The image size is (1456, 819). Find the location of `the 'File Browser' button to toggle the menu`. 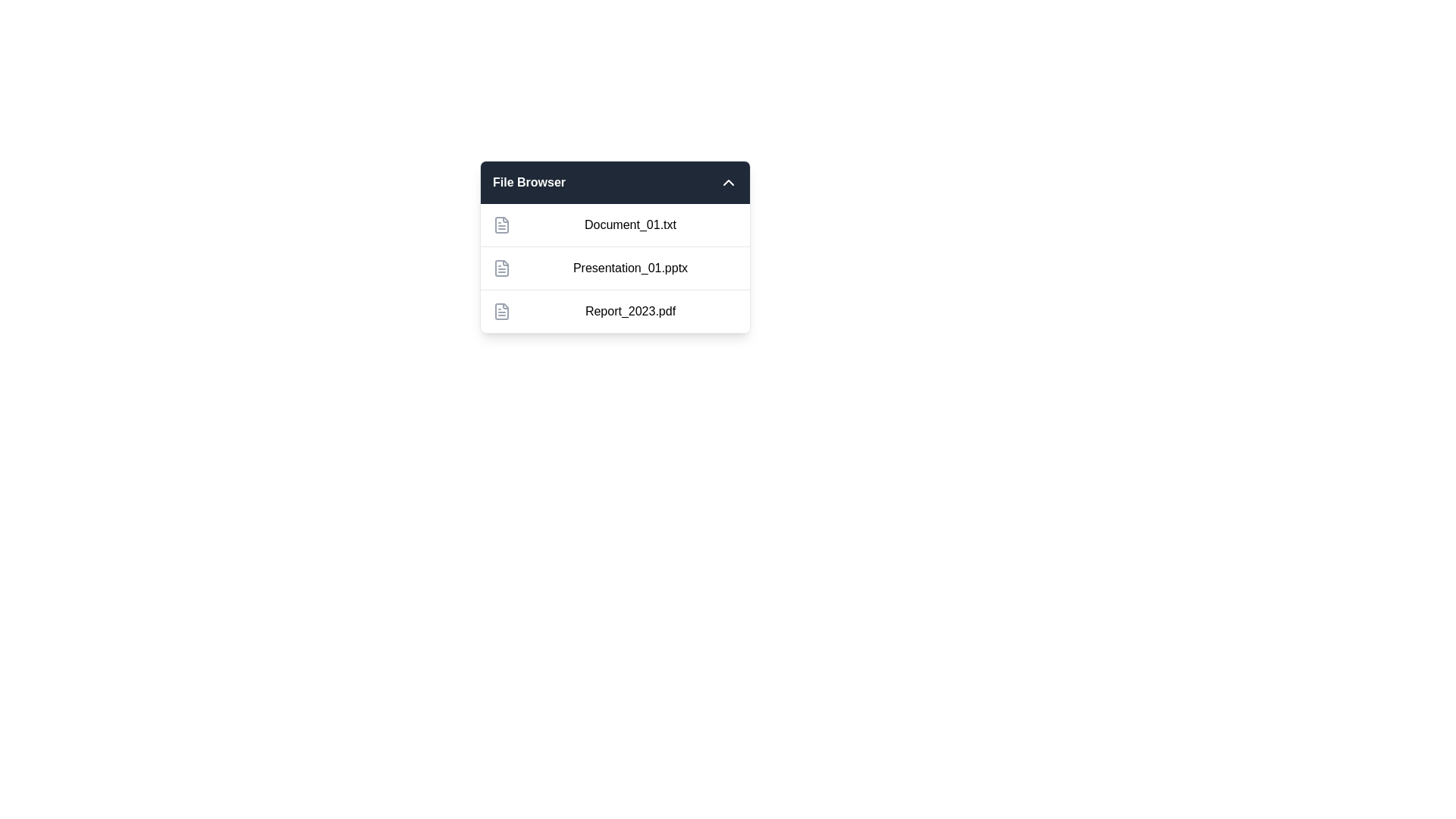

the 'File Browser' button to toggle the menu is located at coordinates (615, 181).